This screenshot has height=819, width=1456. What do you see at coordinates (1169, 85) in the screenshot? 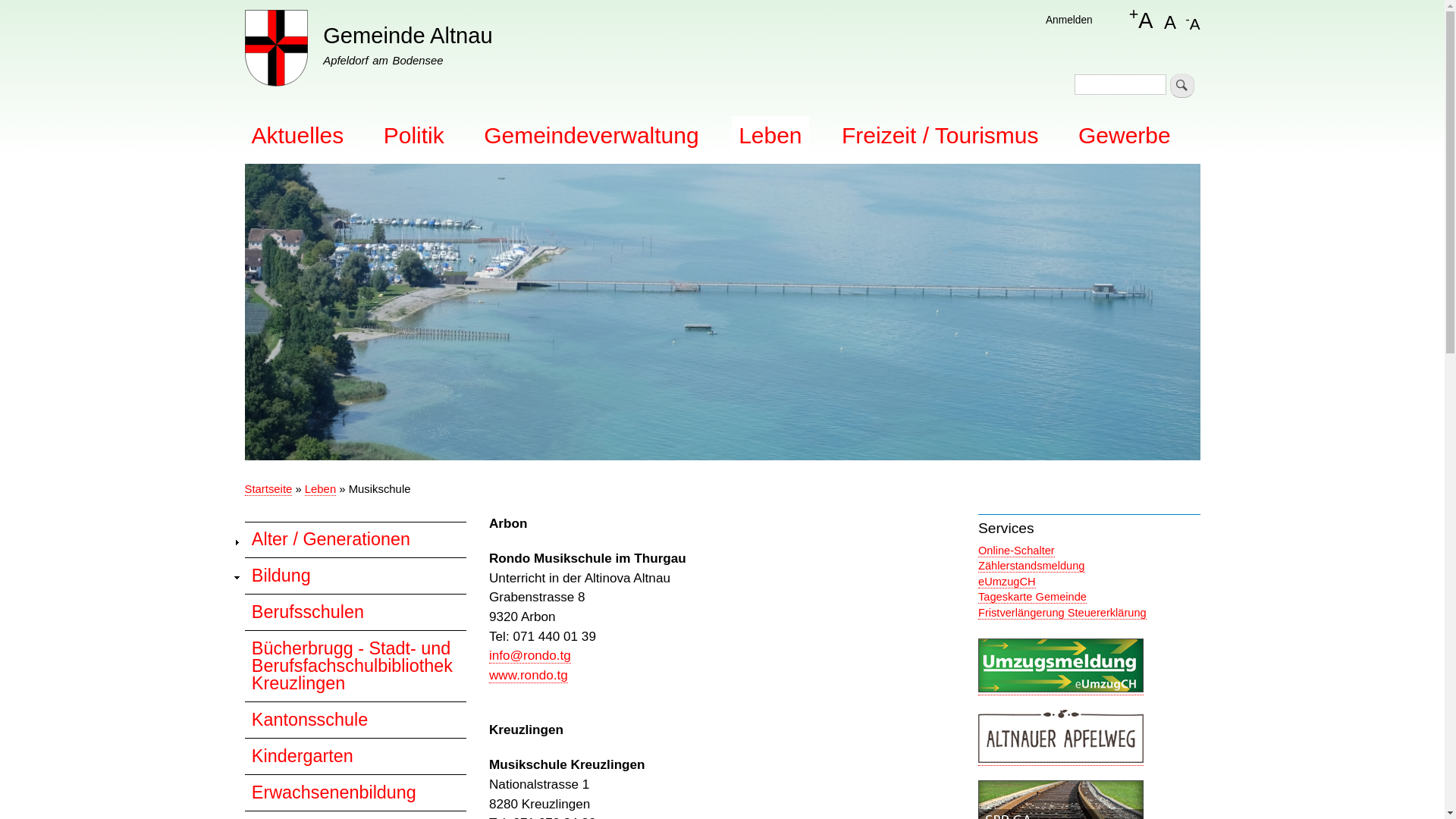
I see `'Suche'` at bounding box center [1169, 85].